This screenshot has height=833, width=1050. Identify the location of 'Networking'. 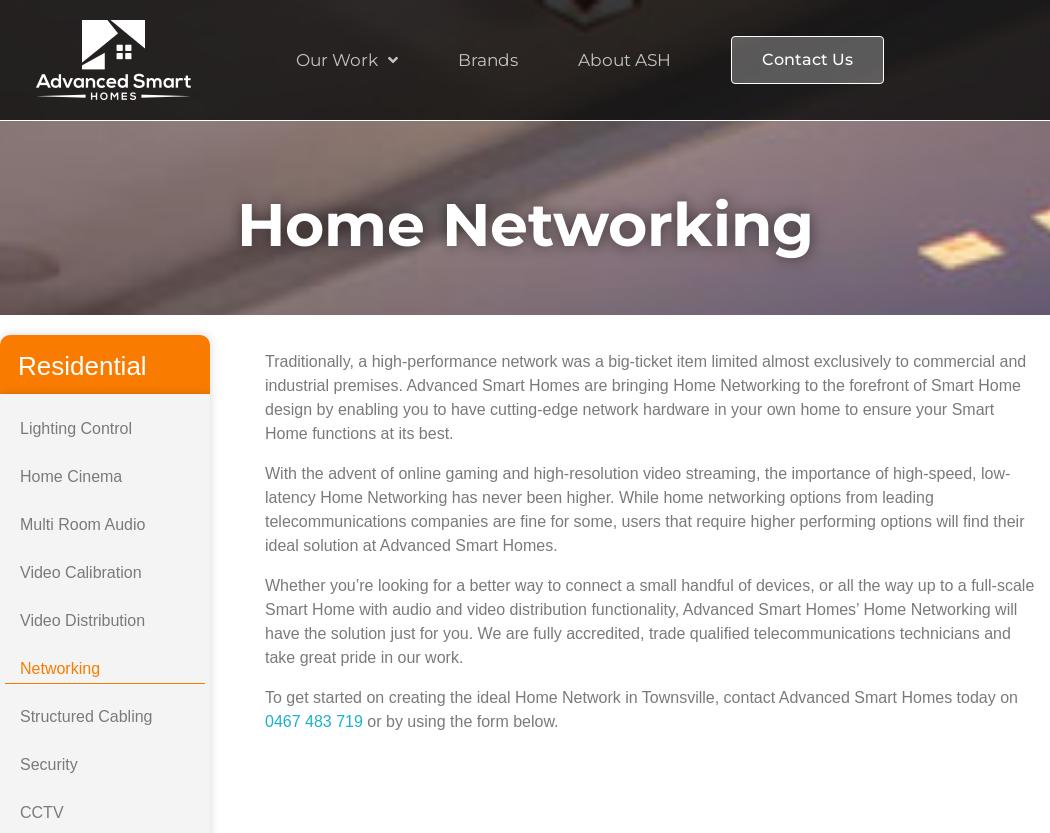
(58, 667).